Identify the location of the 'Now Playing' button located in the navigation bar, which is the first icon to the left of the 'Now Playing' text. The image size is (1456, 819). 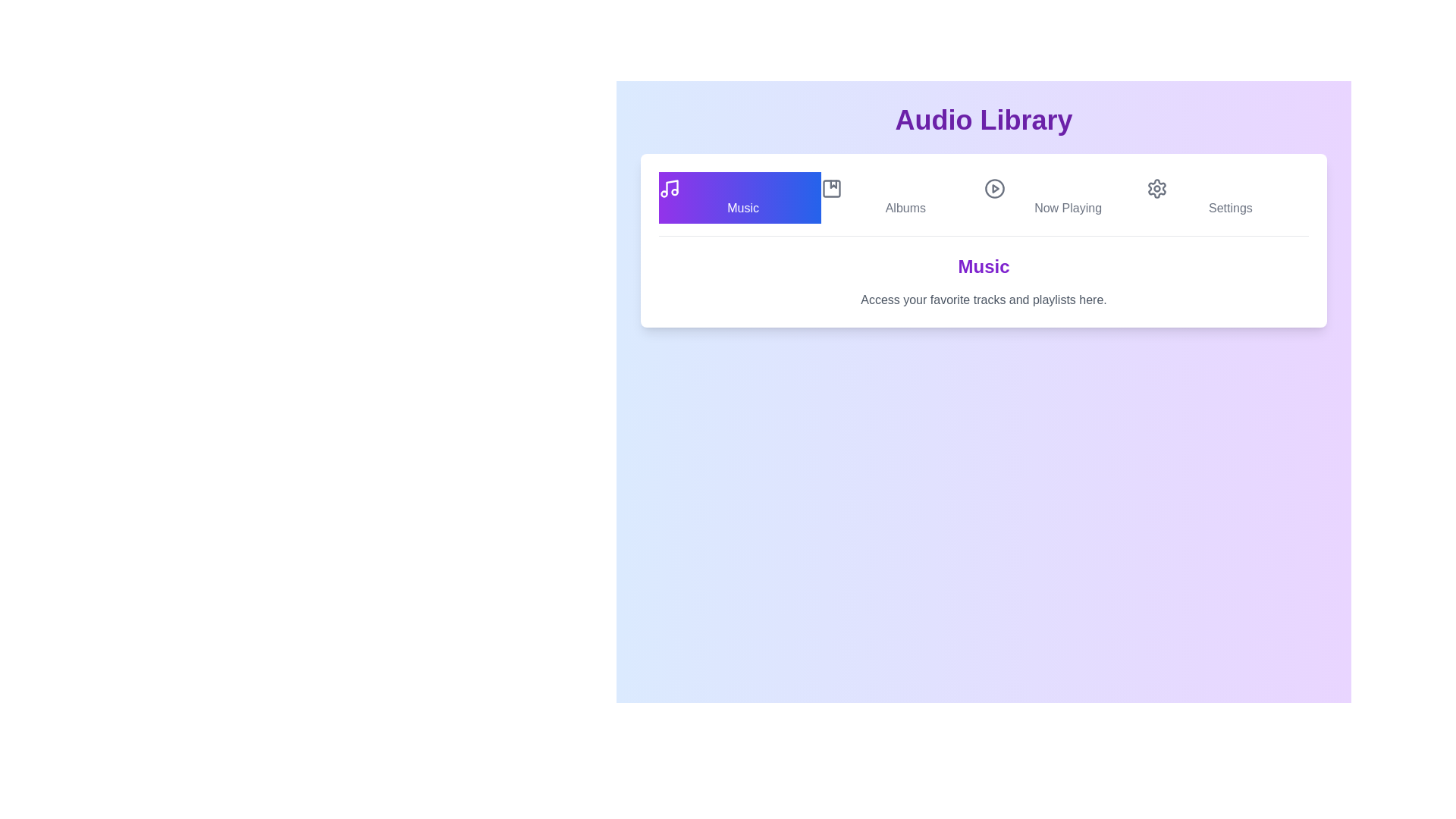
(994, 188).